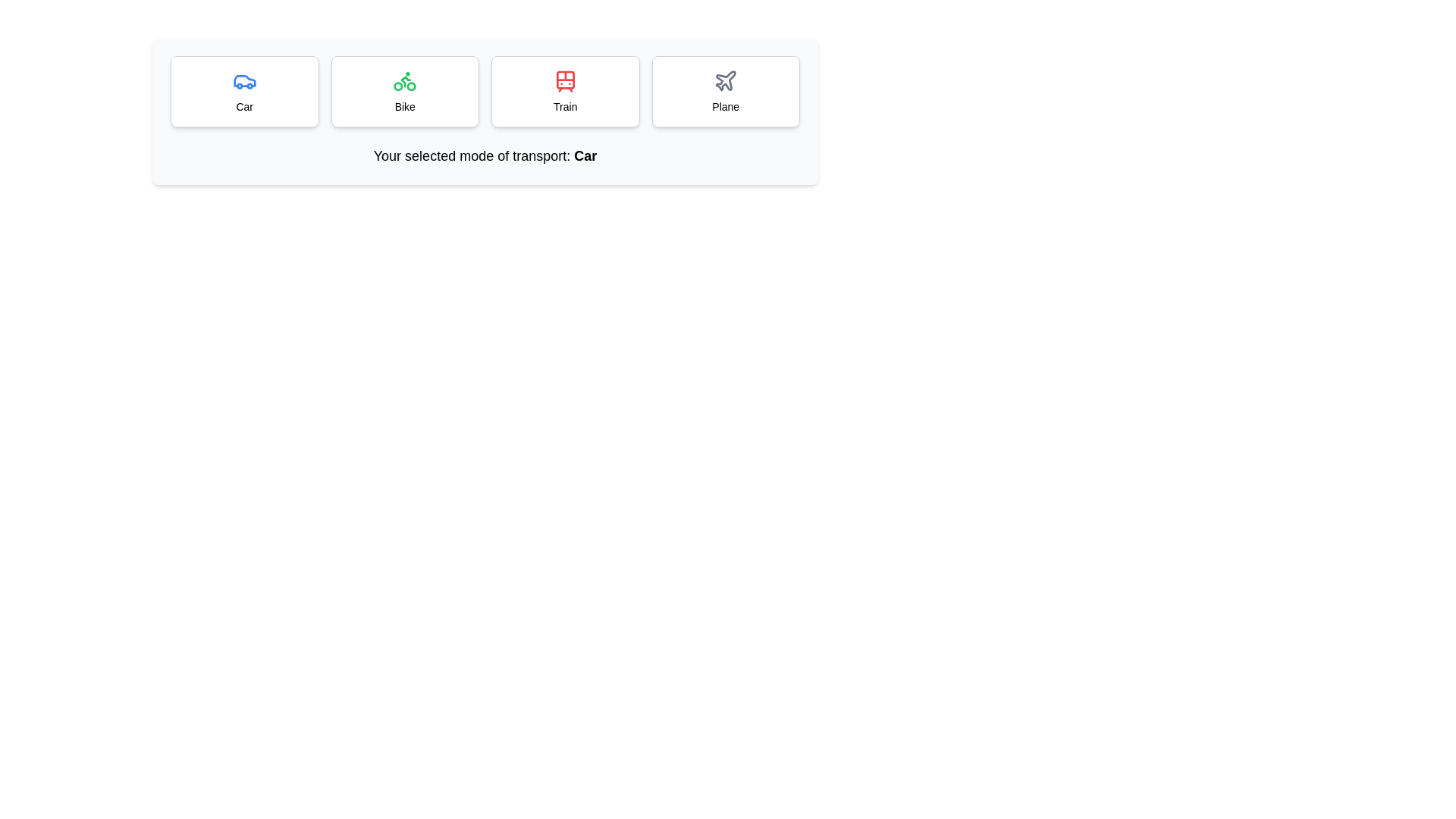 The width and height of the screenshot is (1456, 819). I want to click on the vector graphic icon representing a car, which is centrally positioned within its bounding box and is part of a selectable transport options group, so click(244, 81).